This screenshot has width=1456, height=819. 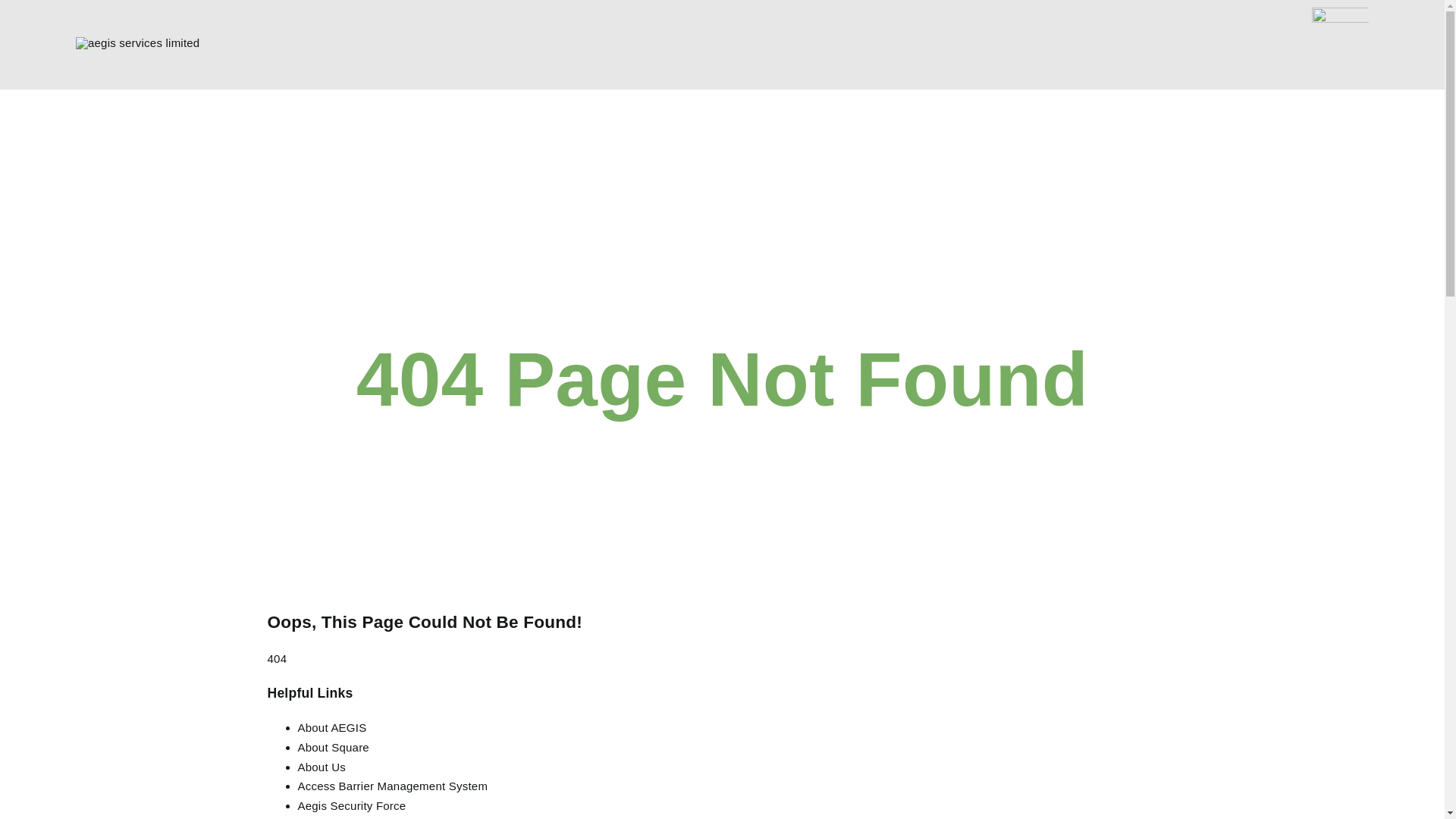 What do you see at coordinates (297, 767) in the screenshot?
I see `'About Us'` at bounding box center [297, 767].